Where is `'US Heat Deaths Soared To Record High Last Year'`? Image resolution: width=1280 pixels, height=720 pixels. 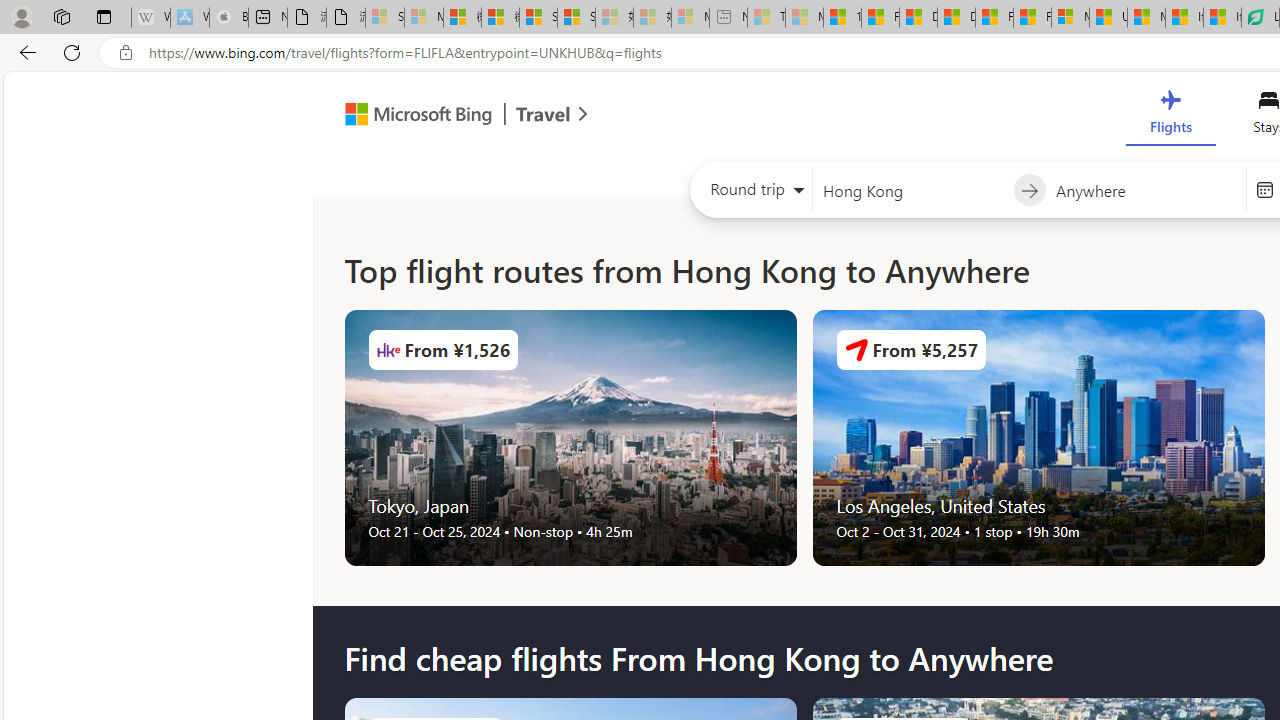 'US Heat Deaths Soared To Record High Last Year' is located at coordinates (1108, 17).